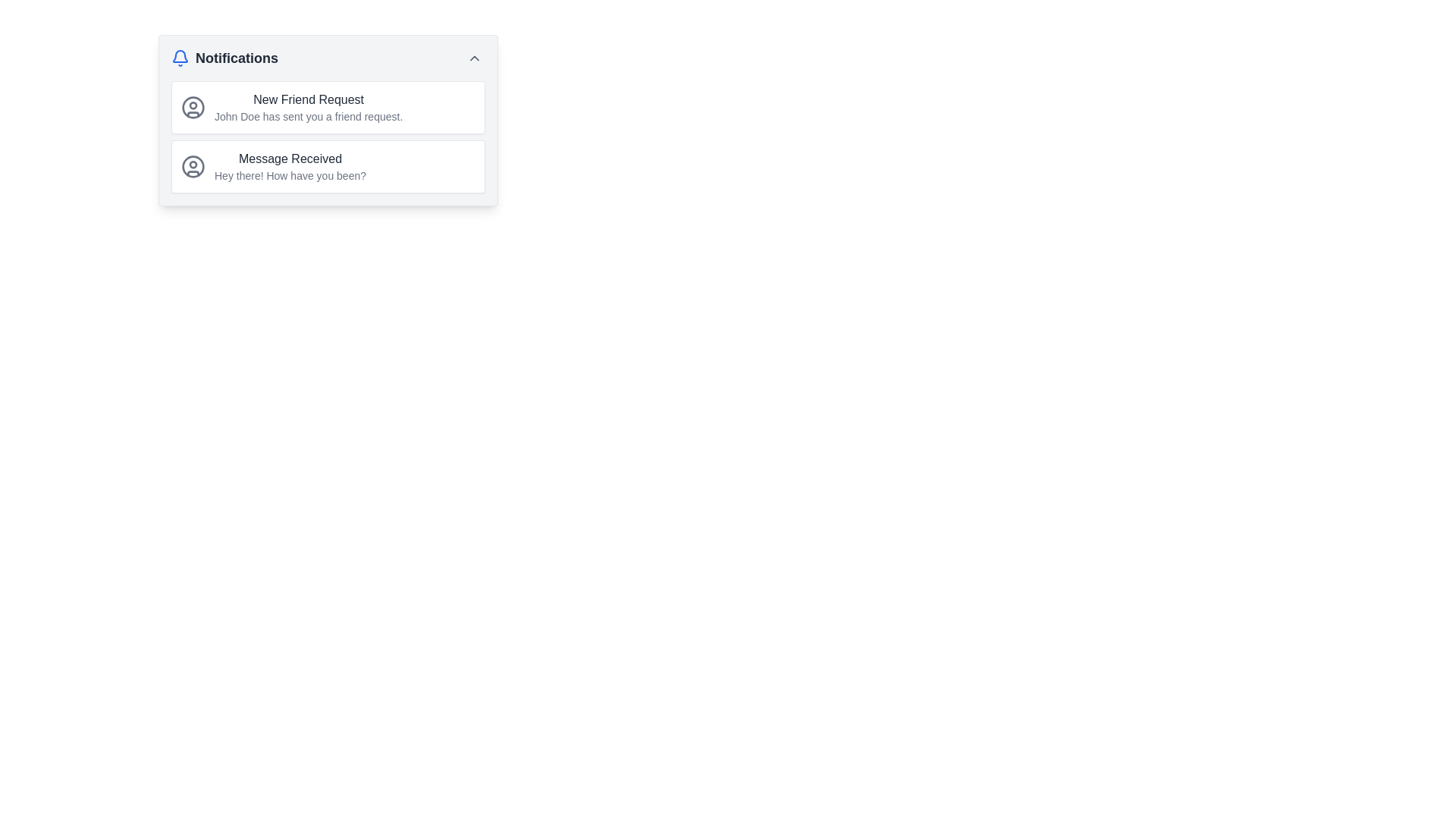  I want to click on the user profile icon within the second notification block under the 'Message Received' title in the notification panel, so click(192, 166).